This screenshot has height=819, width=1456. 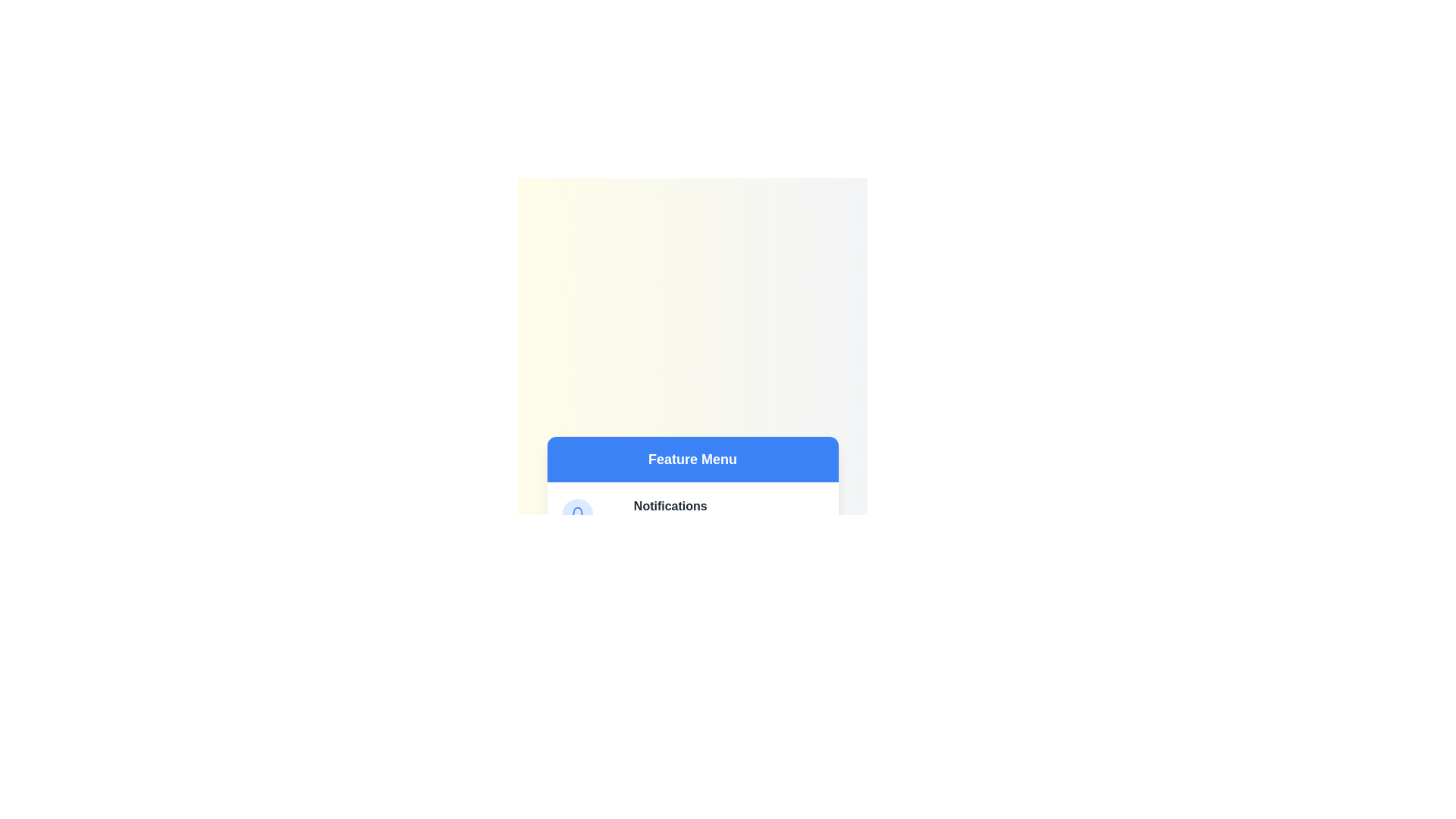 What do you see at coordinates (576, 513) in the screenshot?
I see `the icon for Notifications menu item` at bounding box center [576, 513].